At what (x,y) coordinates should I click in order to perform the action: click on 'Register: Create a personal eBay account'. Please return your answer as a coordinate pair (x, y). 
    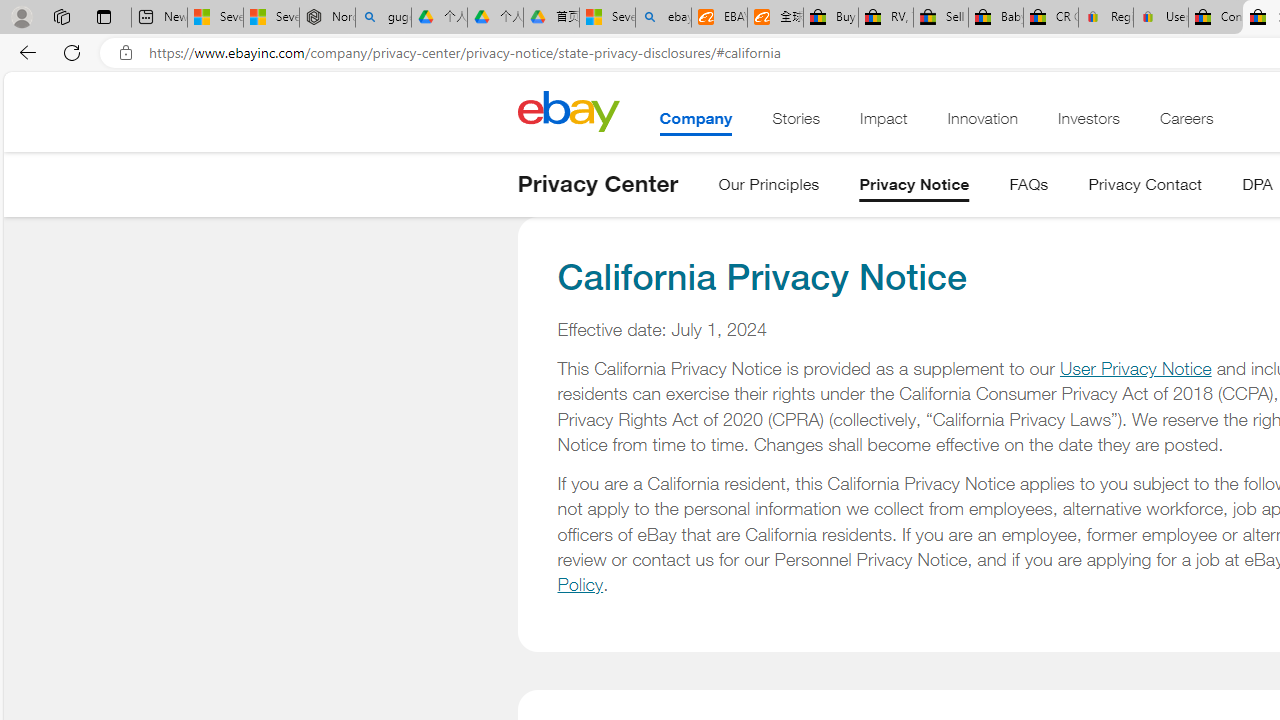
    Looking at the image, I should click on (1104, 17).